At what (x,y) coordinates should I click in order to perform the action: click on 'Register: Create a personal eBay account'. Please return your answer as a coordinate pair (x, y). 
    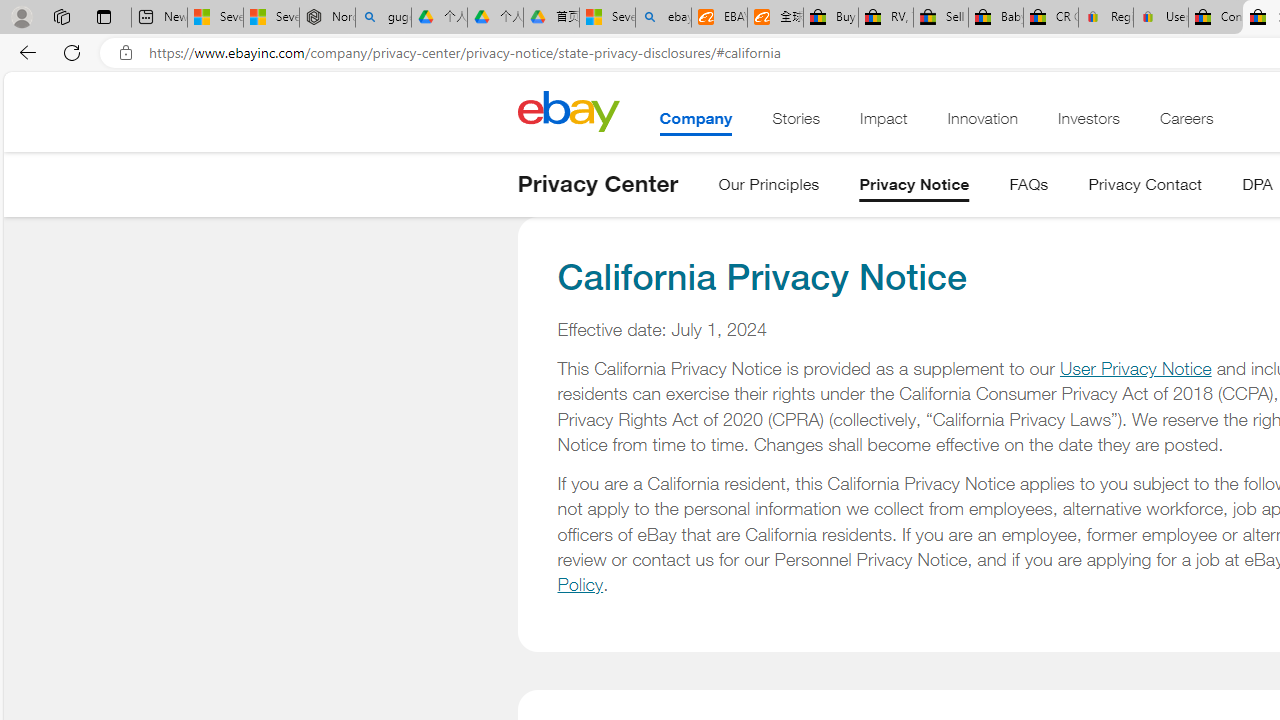
    Looking at the image, I should click on (1104, 17).